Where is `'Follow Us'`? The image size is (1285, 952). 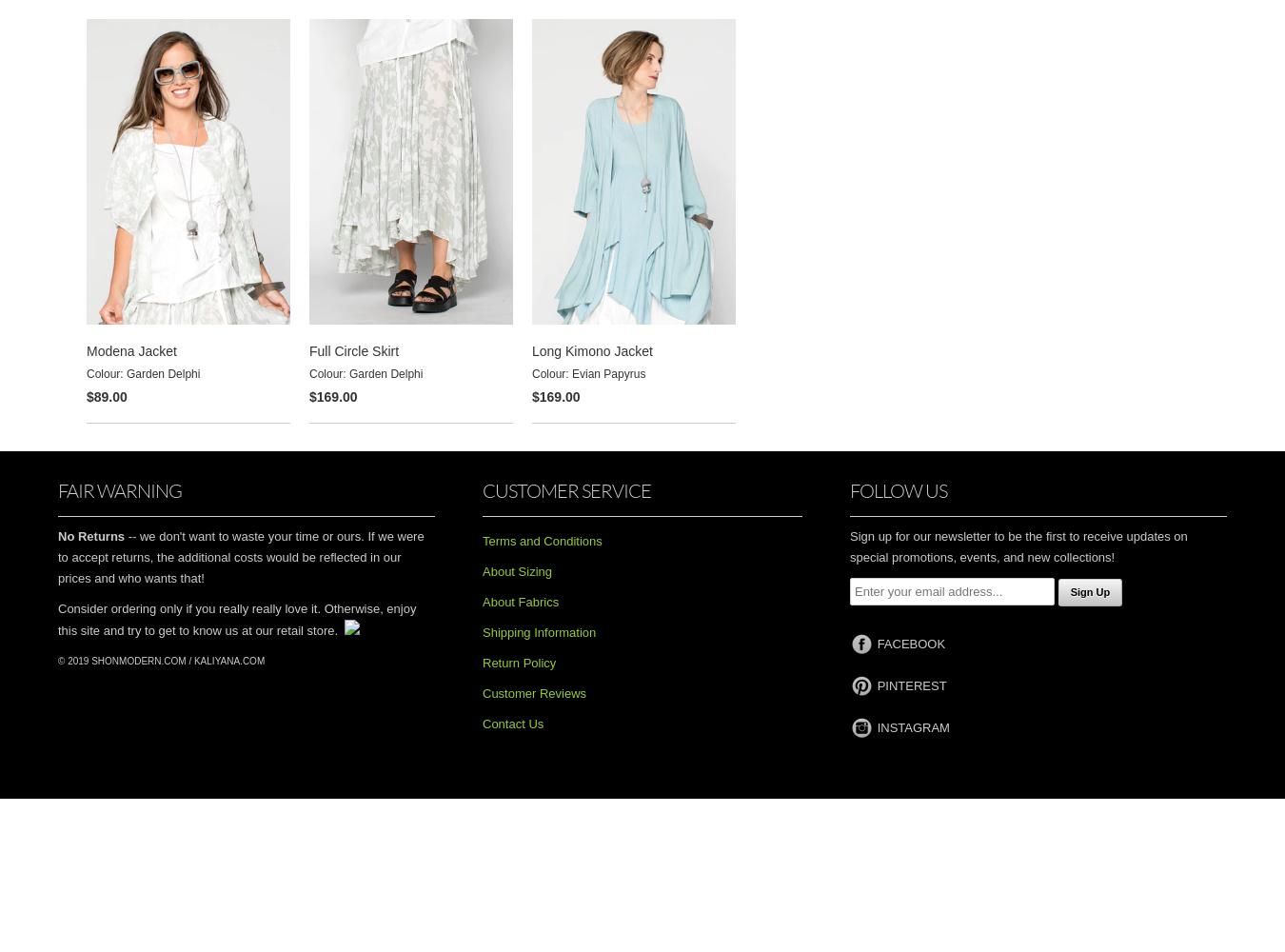
'Follow Us' is located at coordinates (898, 489).